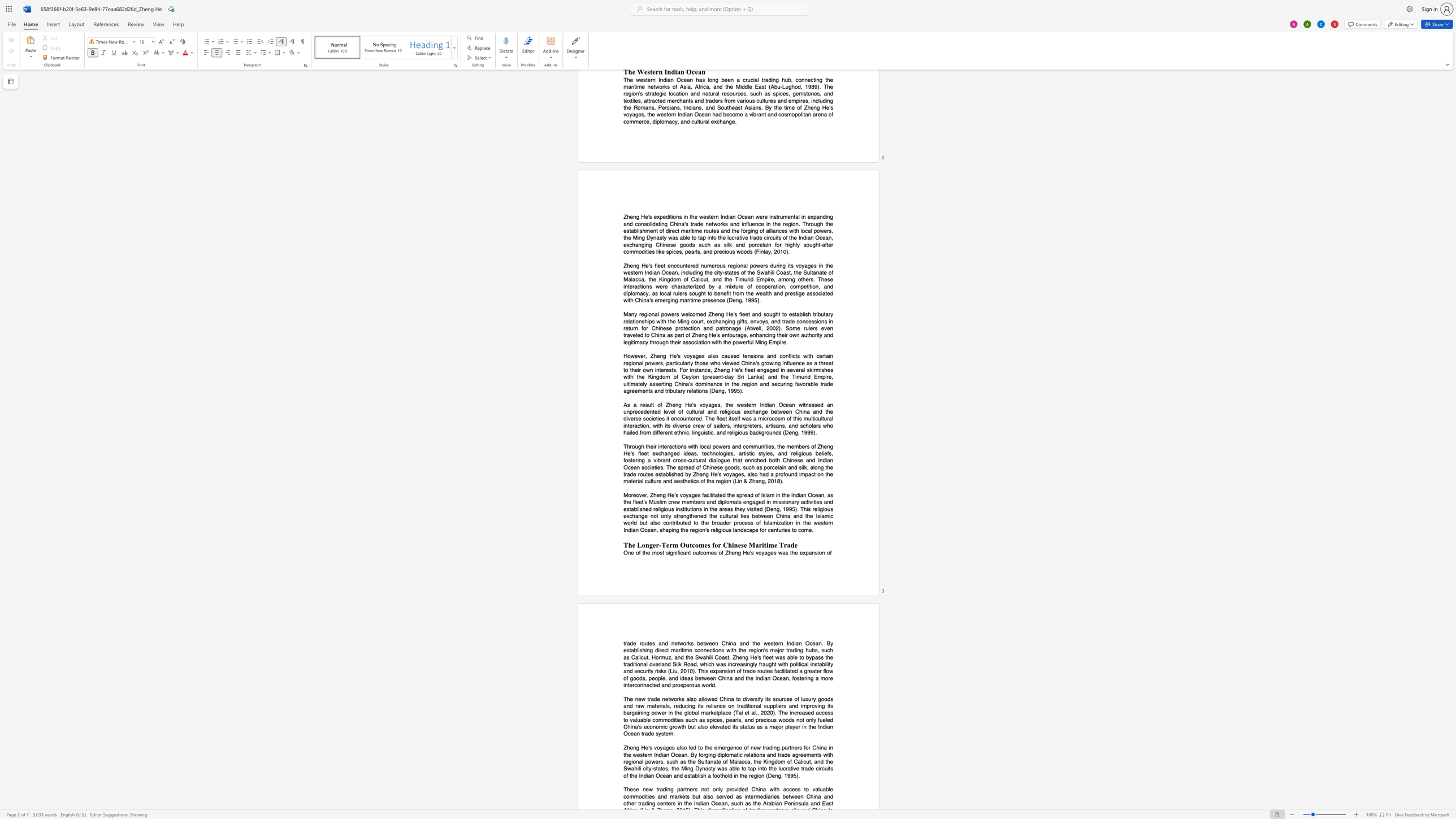  What do you see at coordinates (645, 649) in the screenshot?
I see `the subset text "ng" within the text "establishing"` at bounding box center [645, 649].